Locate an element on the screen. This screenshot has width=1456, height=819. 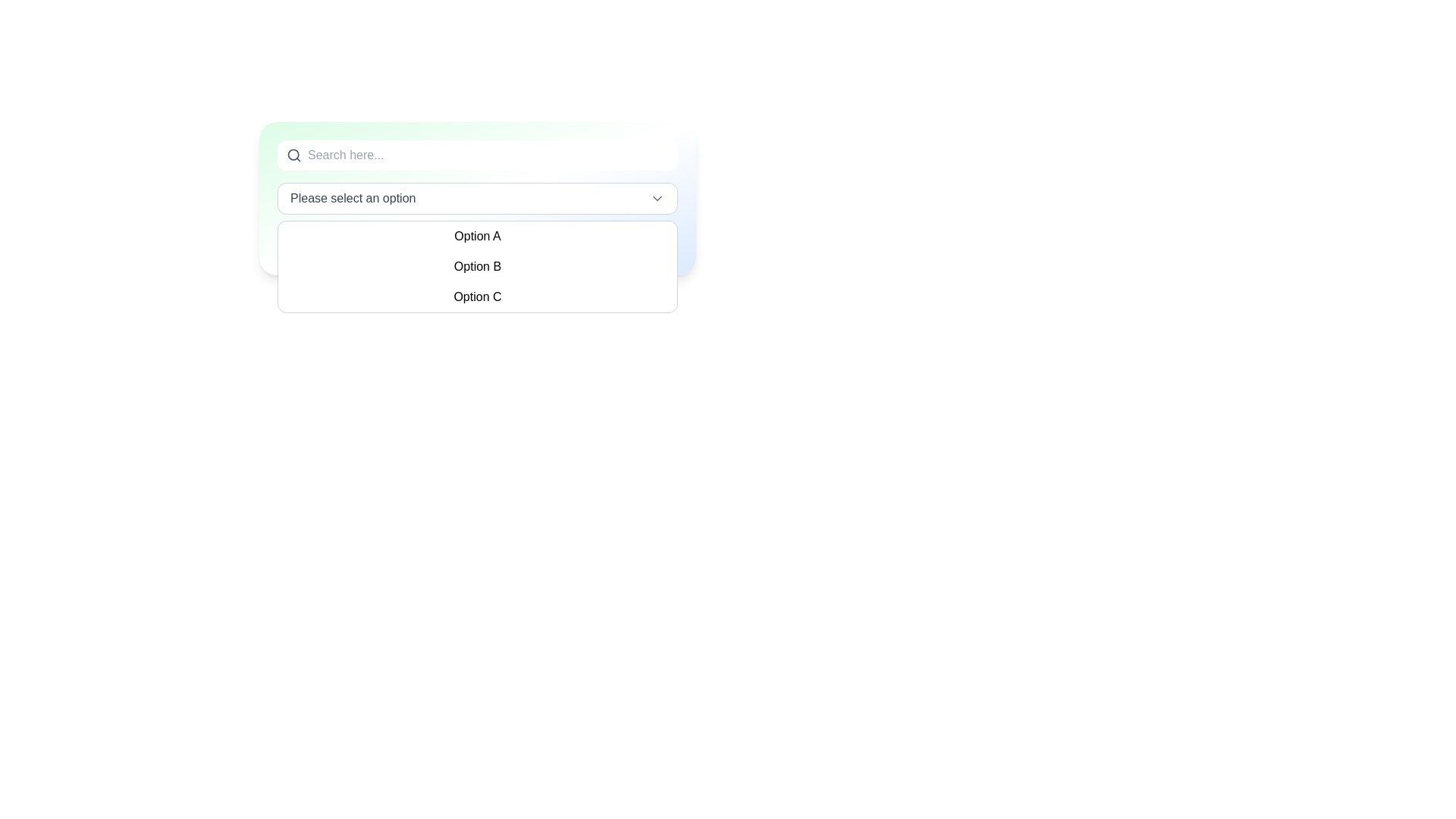
the dropdown menu option labeled 'Option A' is located at coordinates (476, 237).